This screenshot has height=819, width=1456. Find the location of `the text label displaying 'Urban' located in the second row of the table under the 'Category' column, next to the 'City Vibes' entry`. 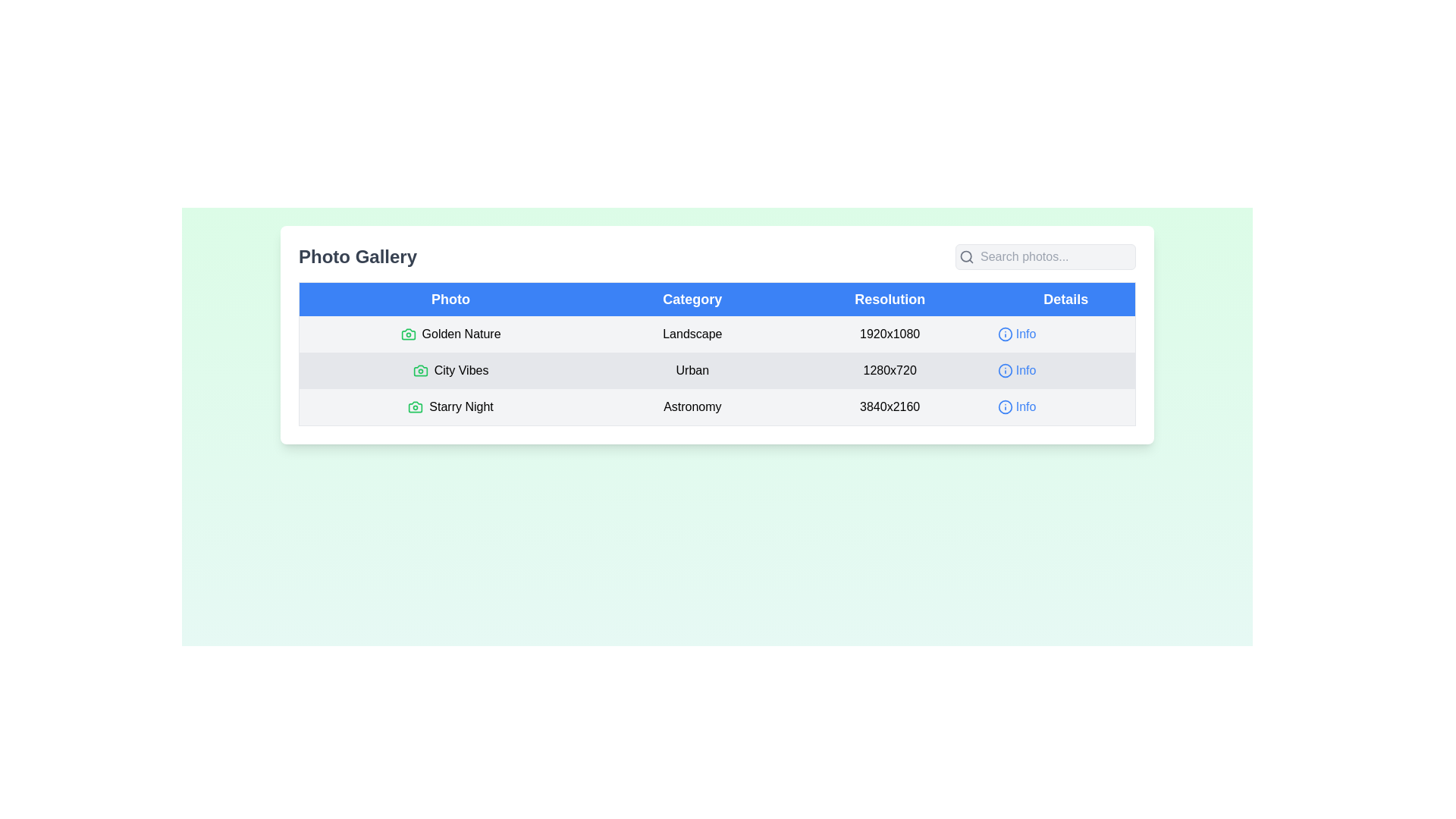

the text label displaying 'Urban' located in the second row of the table under the 'Category' column, next to the 'City Vibes' entry is located at coordinates (692, 371).